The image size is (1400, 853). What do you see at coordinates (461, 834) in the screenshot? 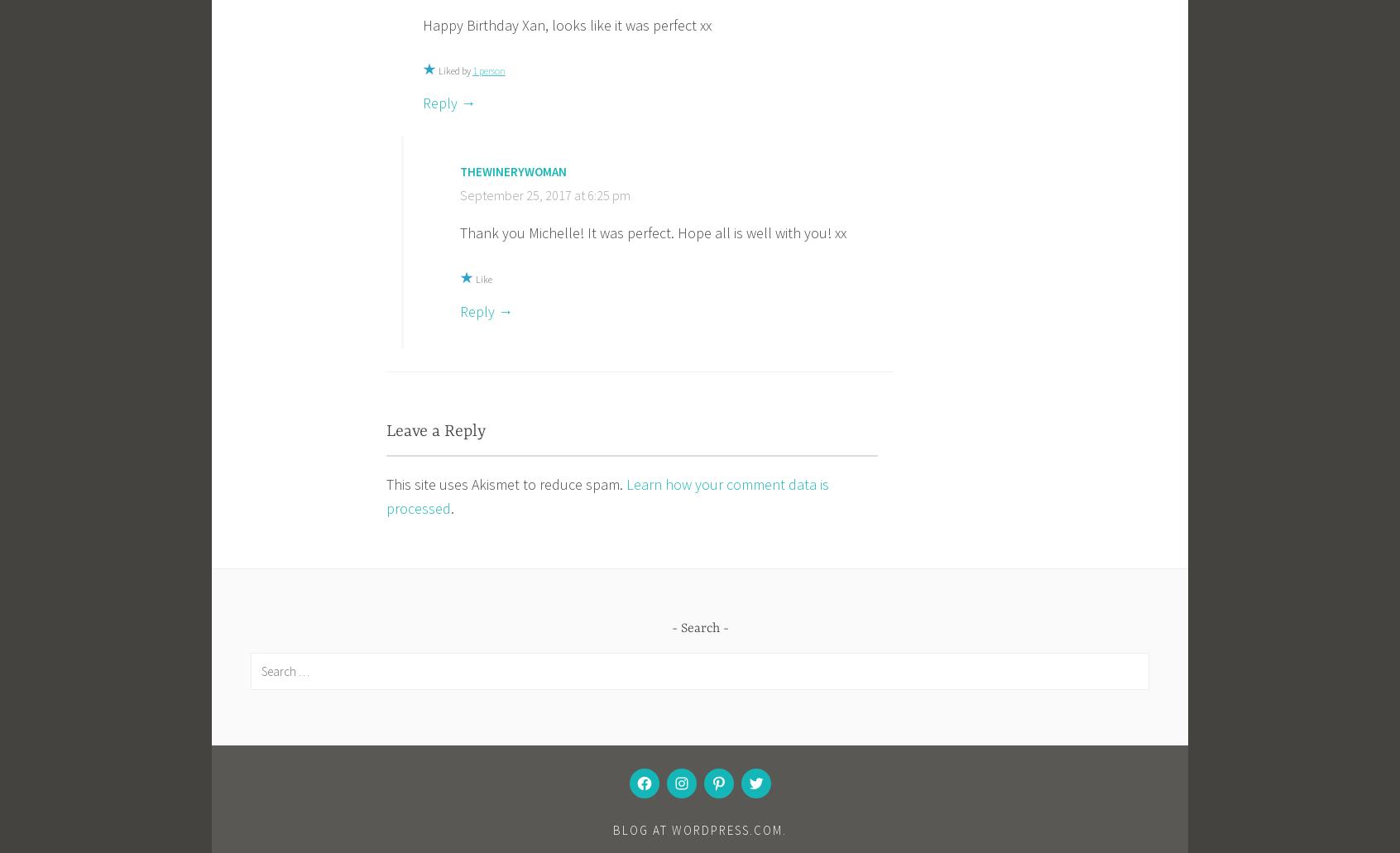
I see `'Julie Basden'` at bounding box center [461, 834].